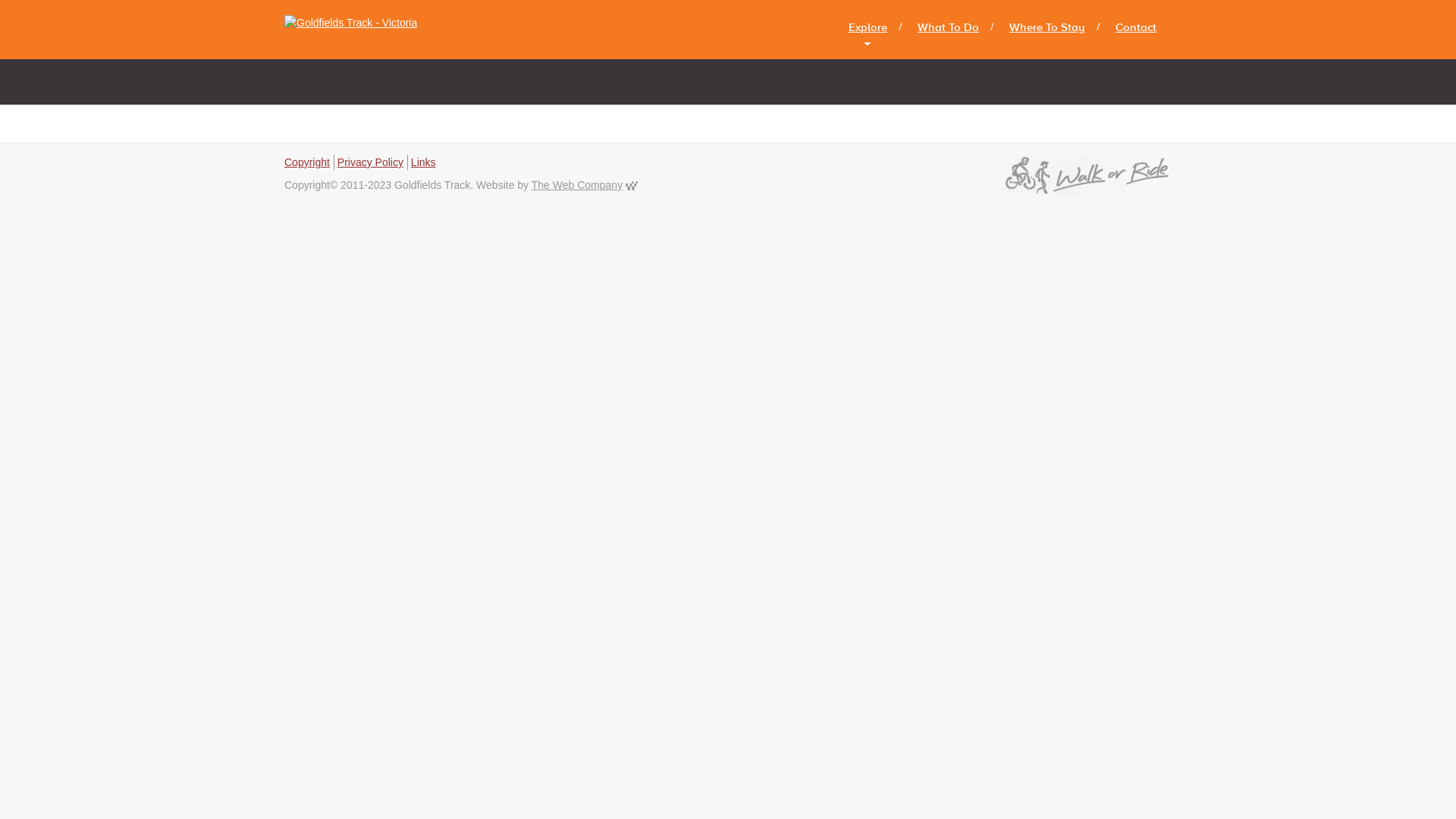 The image size is (1456, 819). I want to click on 'The Web Company', so click(576, 184).